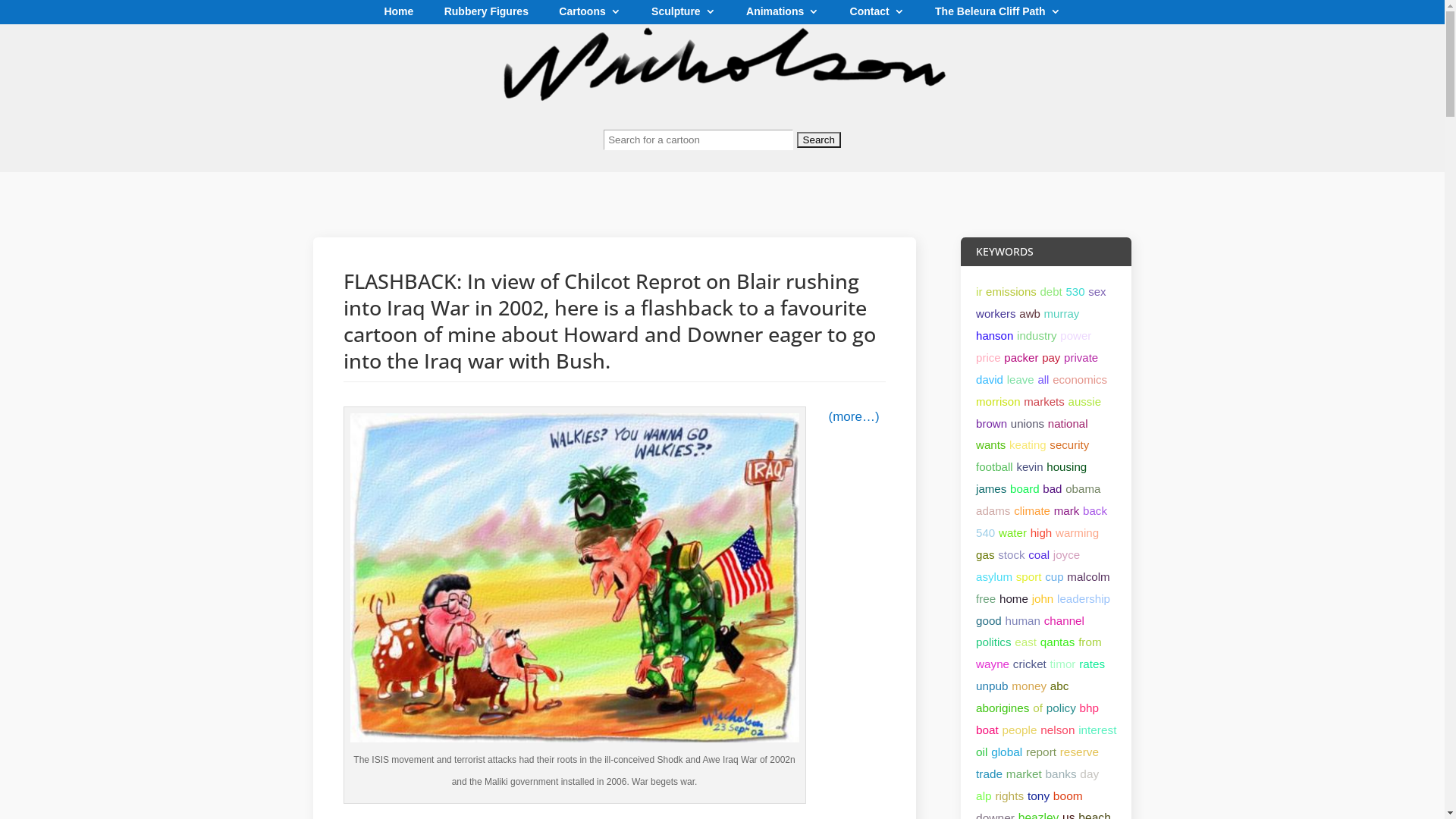 The width and height of the screenshot is (1456, 819). Describe the element at coordinates (1014, 598) in the screenshot. I see `'home'` at that location.